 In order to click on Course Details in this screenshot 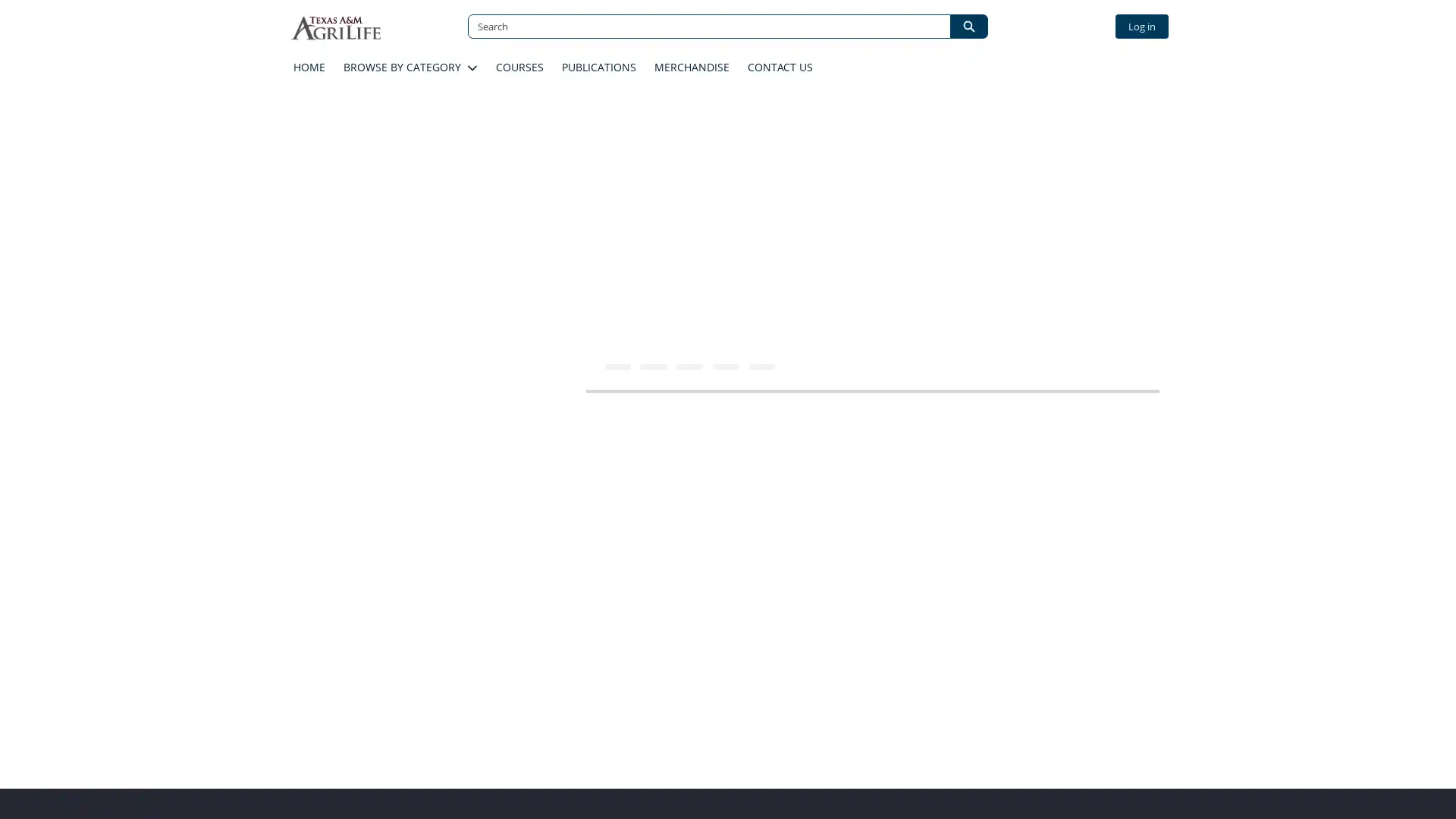, I will do `click(435, 519)`.